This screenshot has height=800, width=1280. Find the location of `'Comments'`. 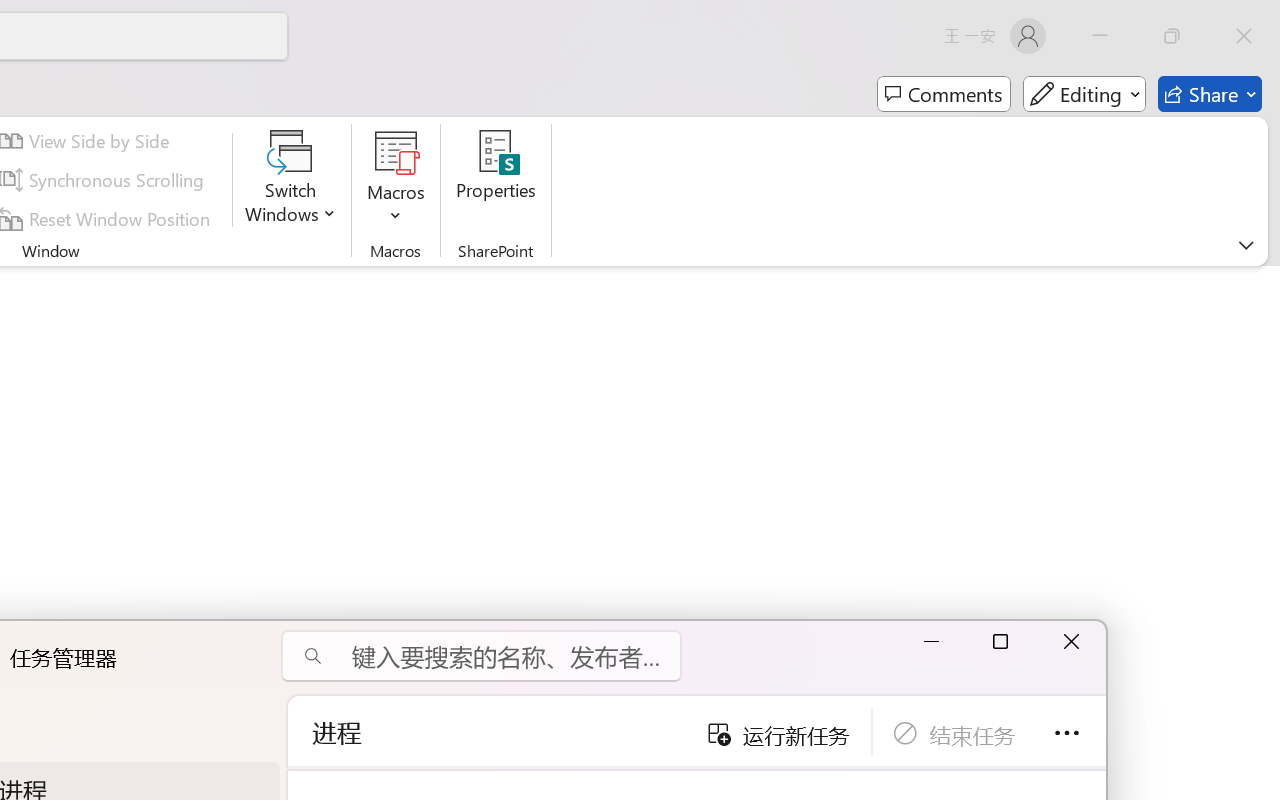

'Comments' is located at coordinates (943, 94).